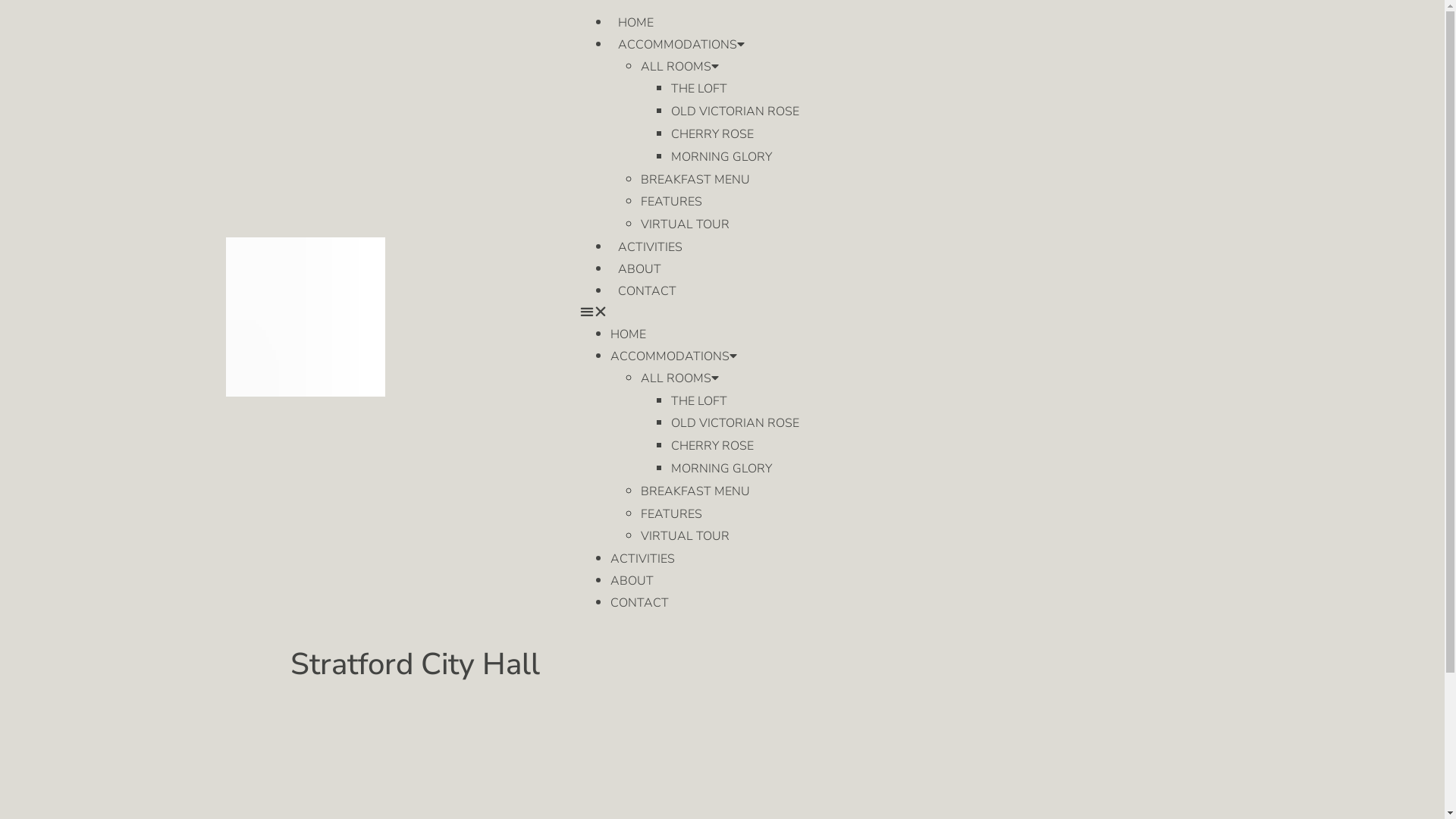  Describe the element at coordinates (635, 23) in the screenshot. I see `'HOME'` at that location.